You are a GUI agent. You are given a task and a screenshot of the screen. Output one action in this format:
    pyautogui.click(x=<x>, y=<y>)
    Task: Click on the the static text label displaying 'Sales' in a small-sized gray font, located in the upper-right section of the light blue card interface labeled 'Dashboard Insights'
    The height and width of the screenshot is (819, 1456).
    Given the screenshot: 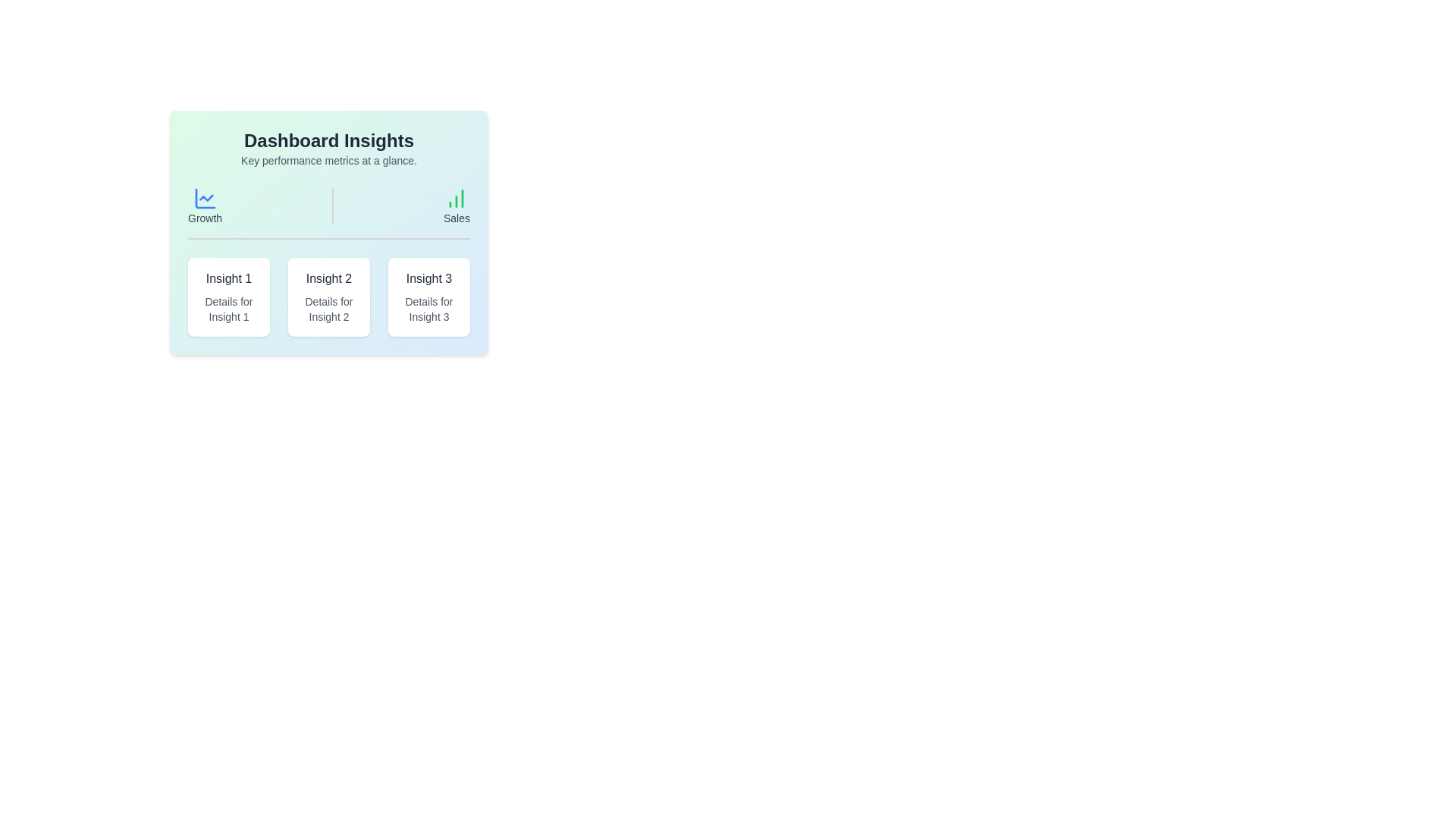 What is the action you would take?
    pyautogui.click(x=456, y=218)
    